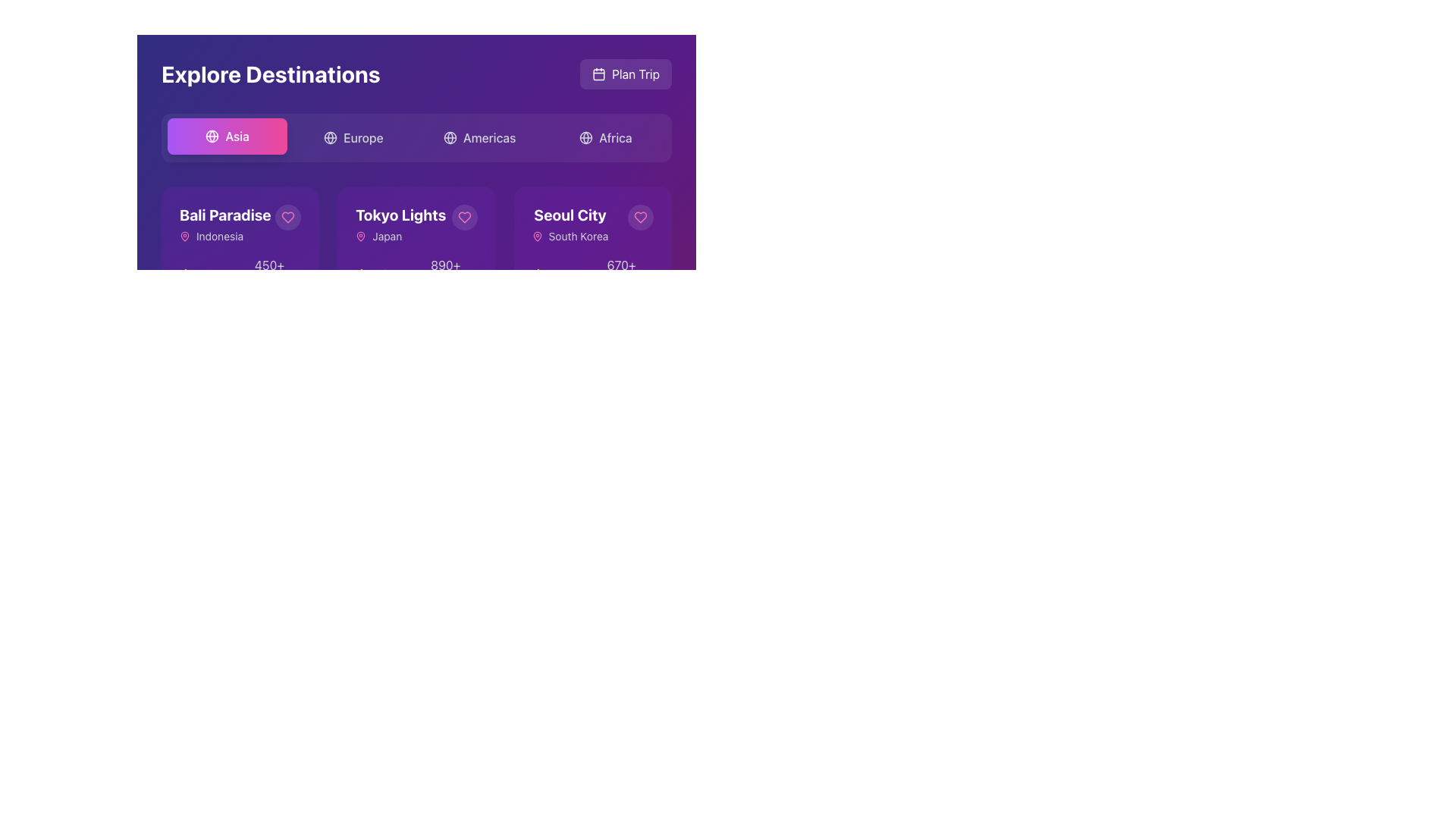  Describe the element at coordinates (227, 136) in the screenshot. I see `the button labeled 'Asia' with a gradient background transitioning from purple to pink` at that location.